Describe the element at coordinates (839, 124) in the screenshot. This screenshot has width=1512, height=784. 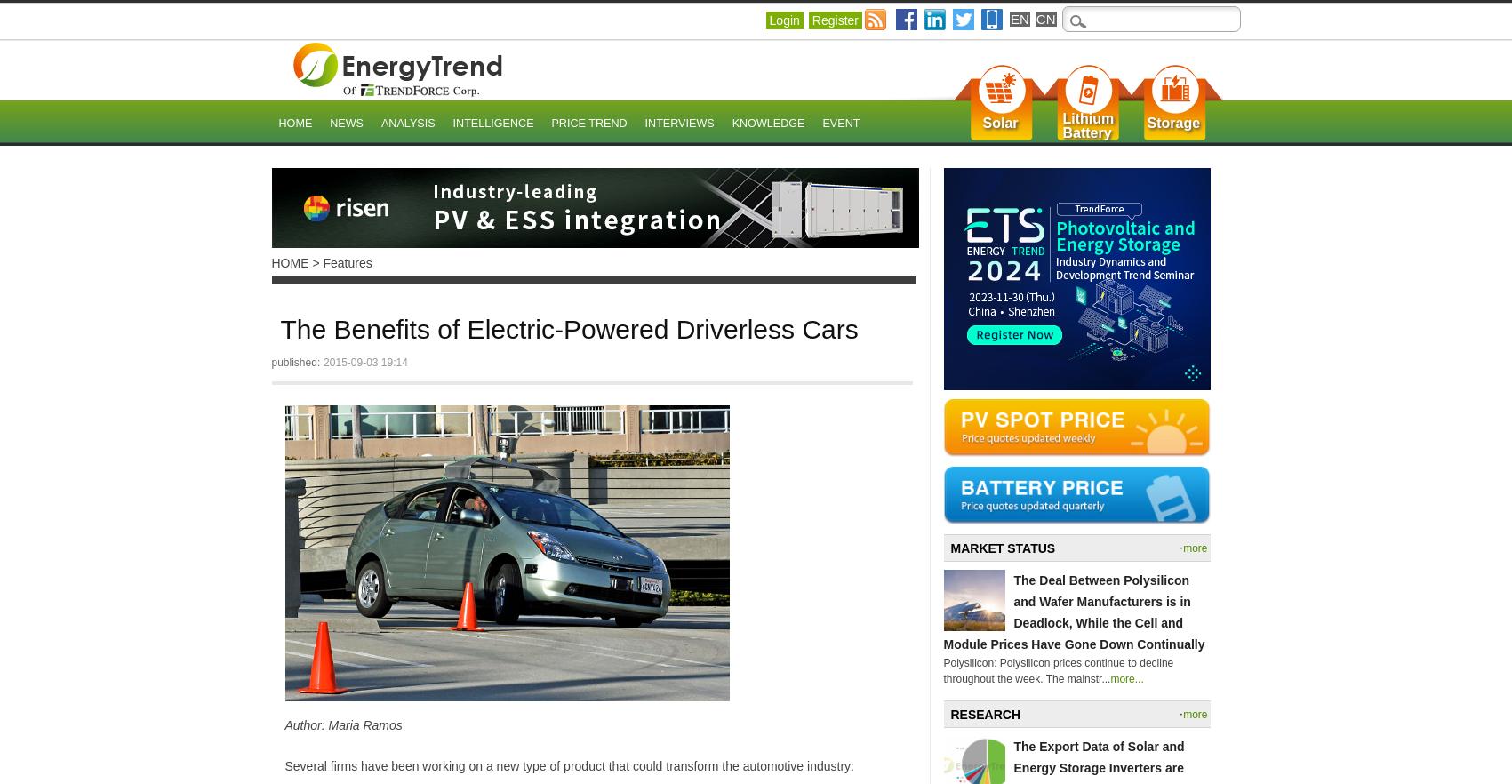
I see `'Event'` at that location.